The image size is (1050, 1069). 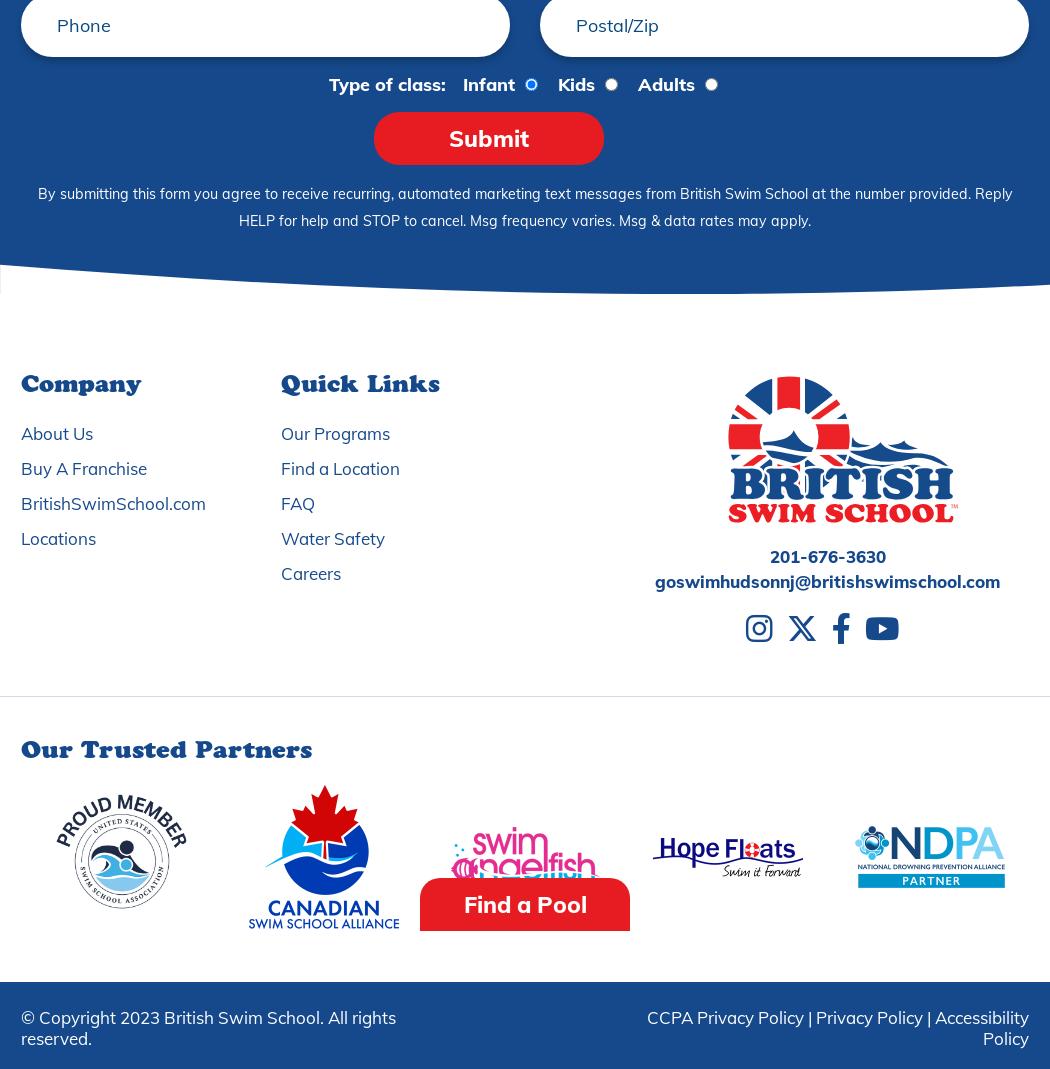 What do you see at coordinates (488, 83) in the screenshot?
I see `'Infant'` at bounding box center [488, 83].